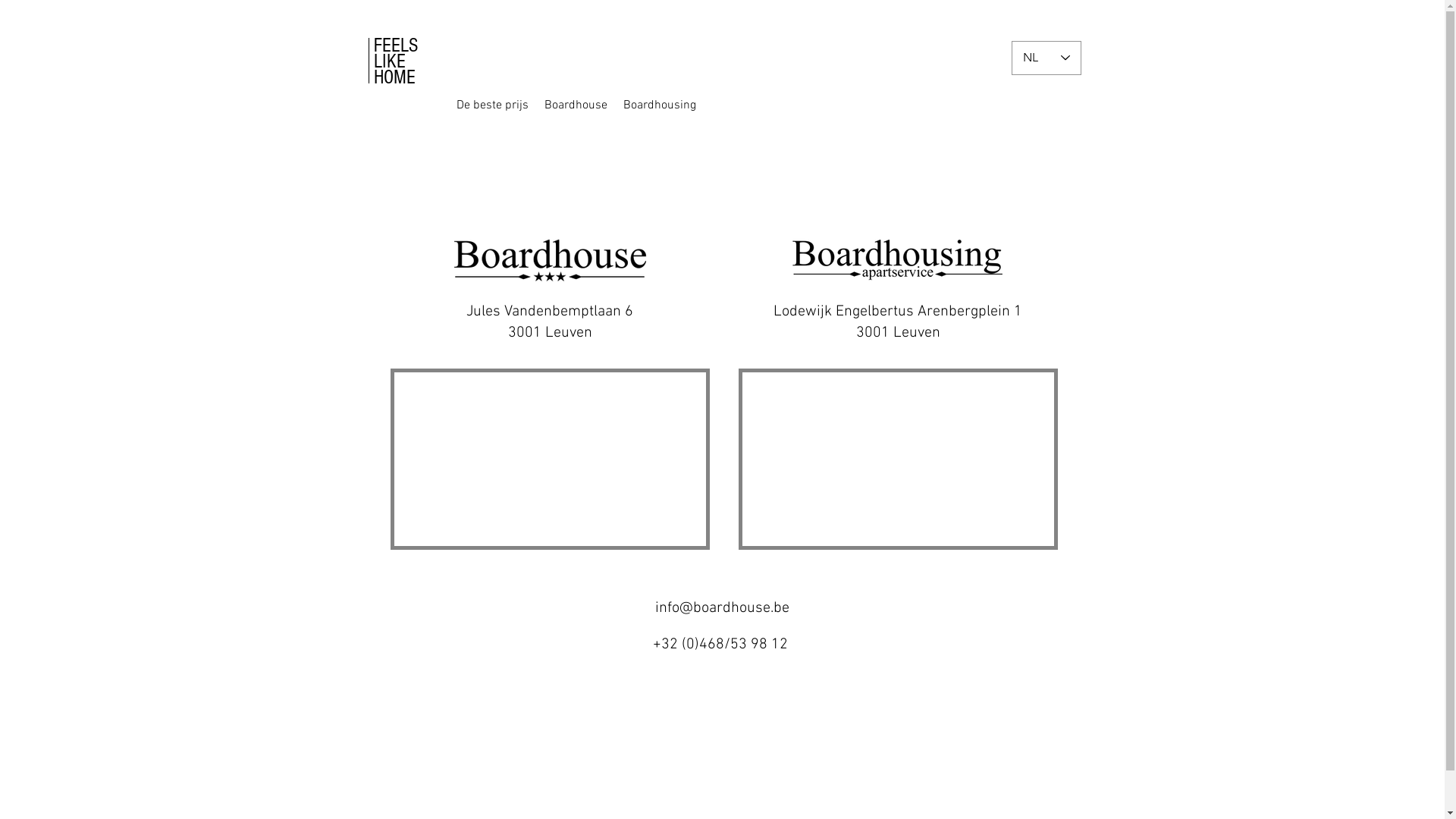 The image size is (1456, 819). I want to click on 'Boardhousing', so click(658, 104).